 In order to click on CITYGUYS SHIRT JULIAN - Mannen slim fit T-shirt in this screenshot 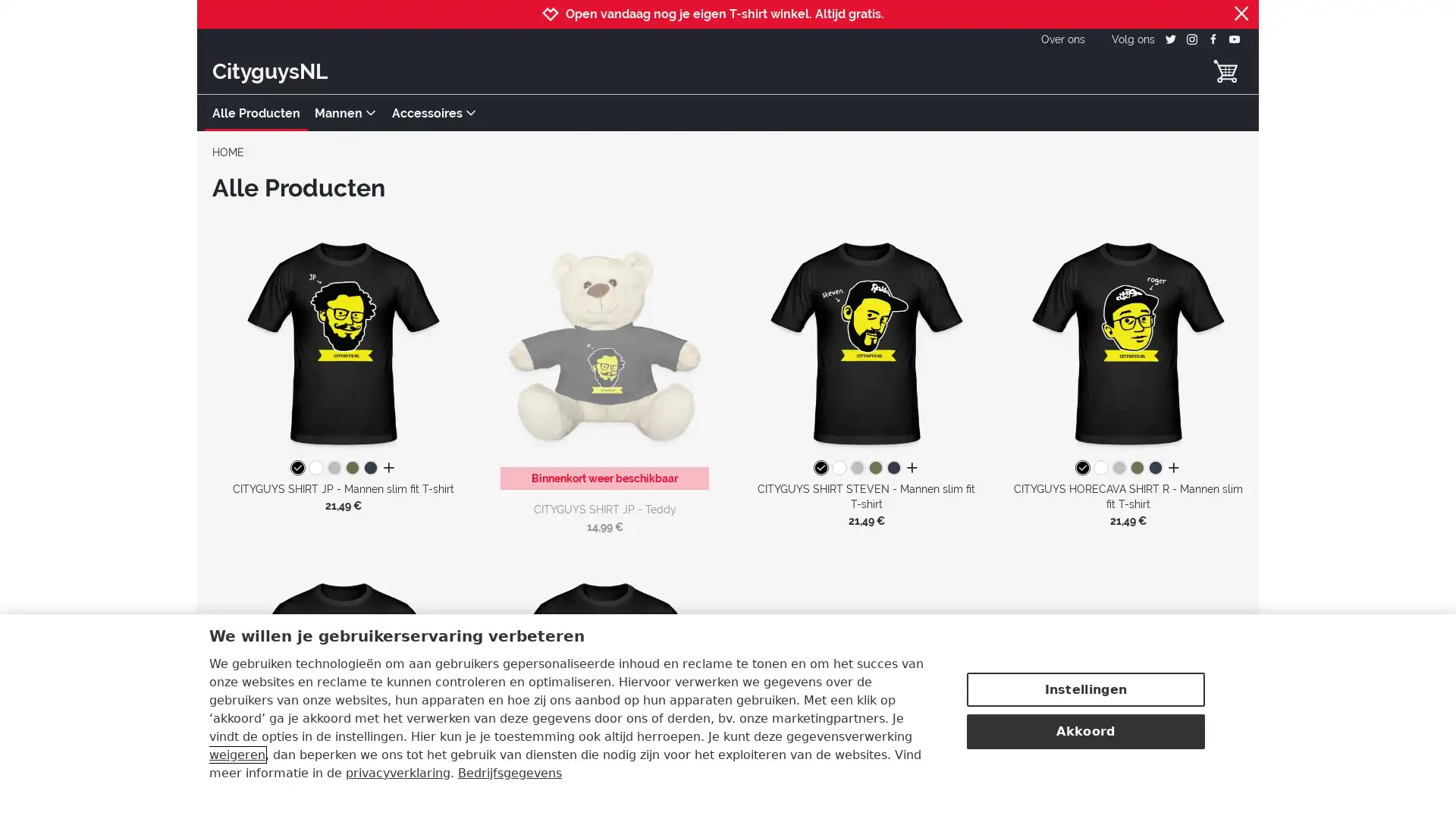, I will do `click(342, 681)`.